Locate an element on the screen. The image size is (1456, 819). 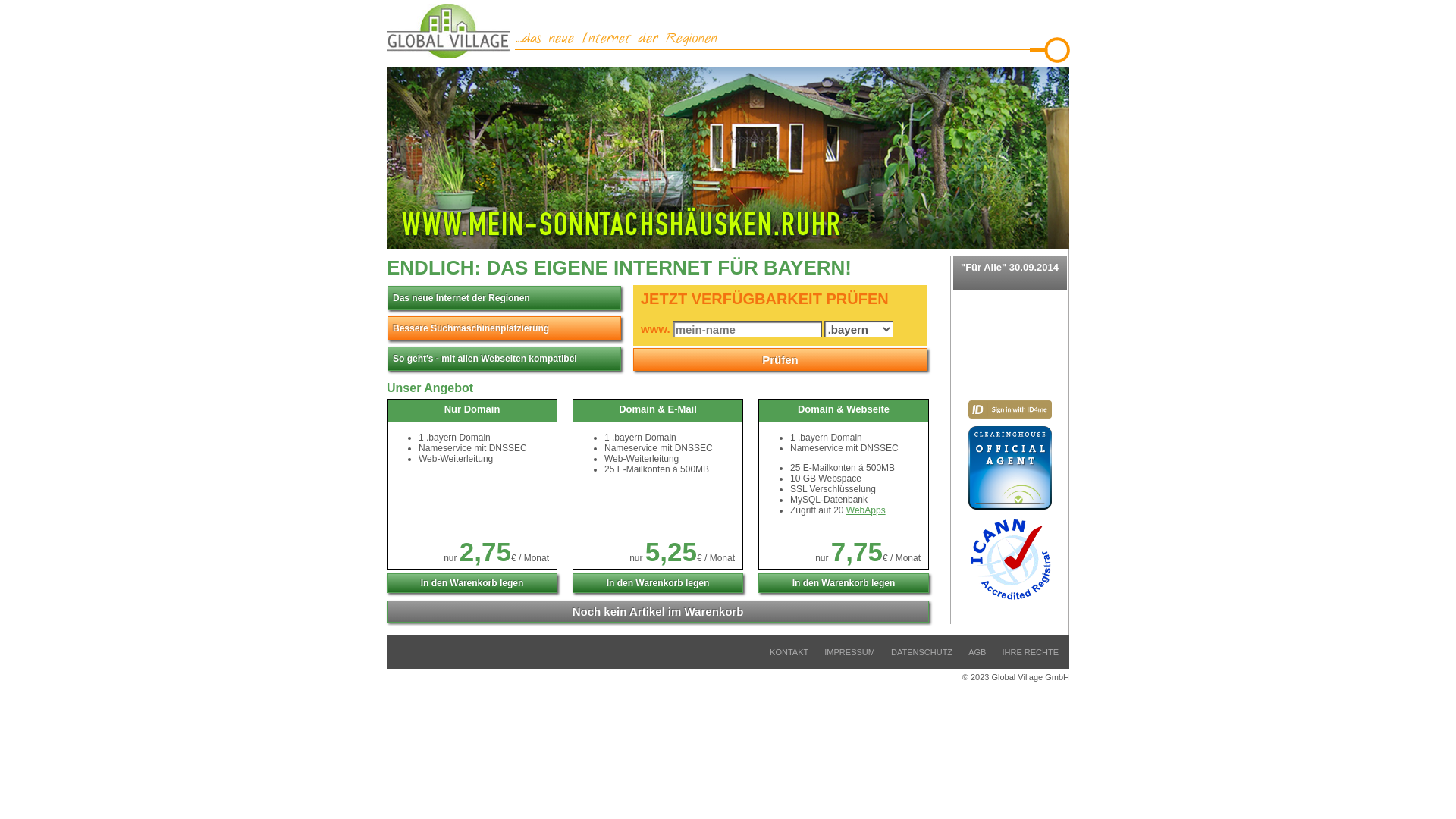
'In den Warenkorb legen' is located at coordinates (471, 582).